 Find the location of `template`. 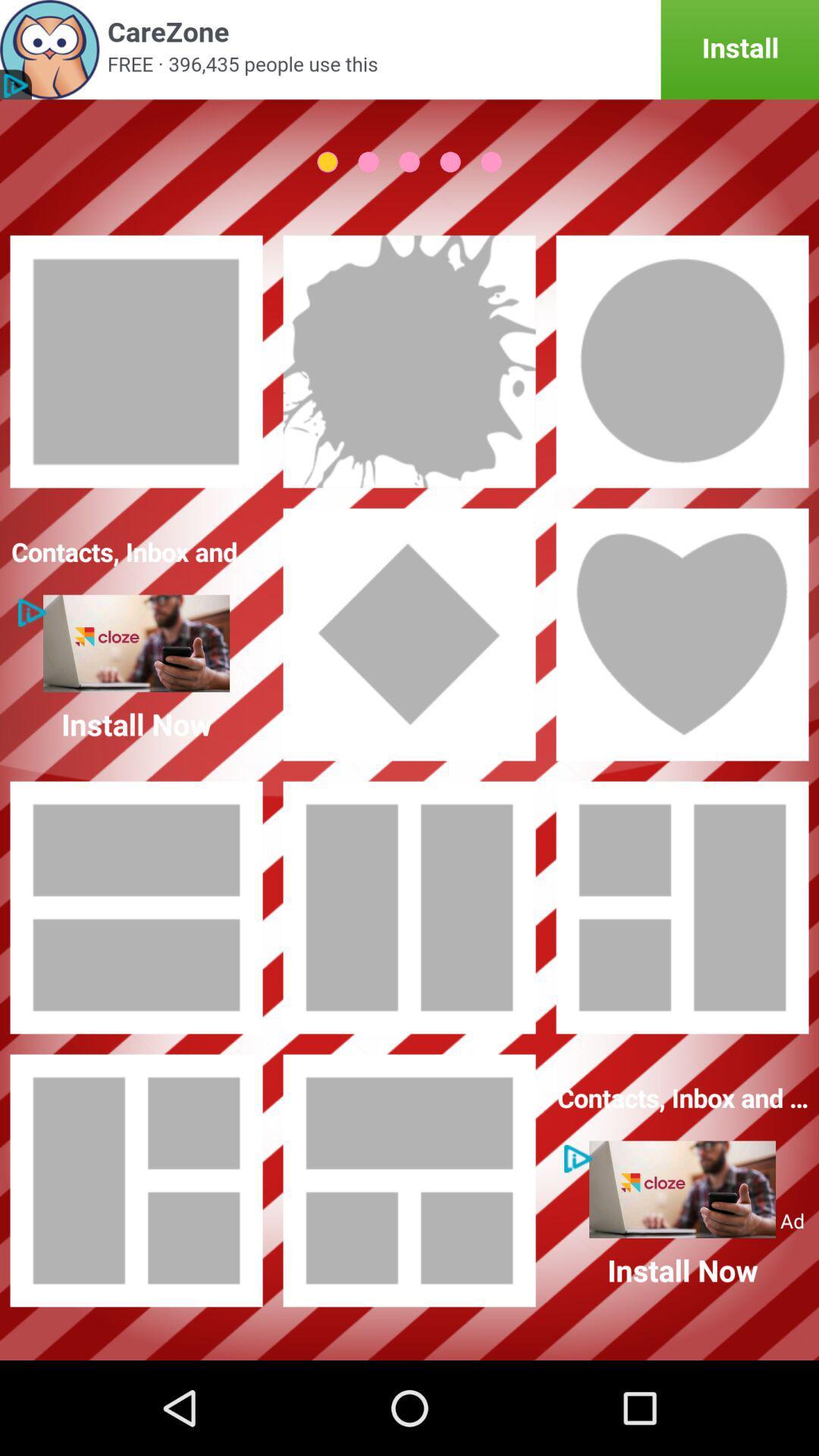

template is located at coordinates (681, 907).